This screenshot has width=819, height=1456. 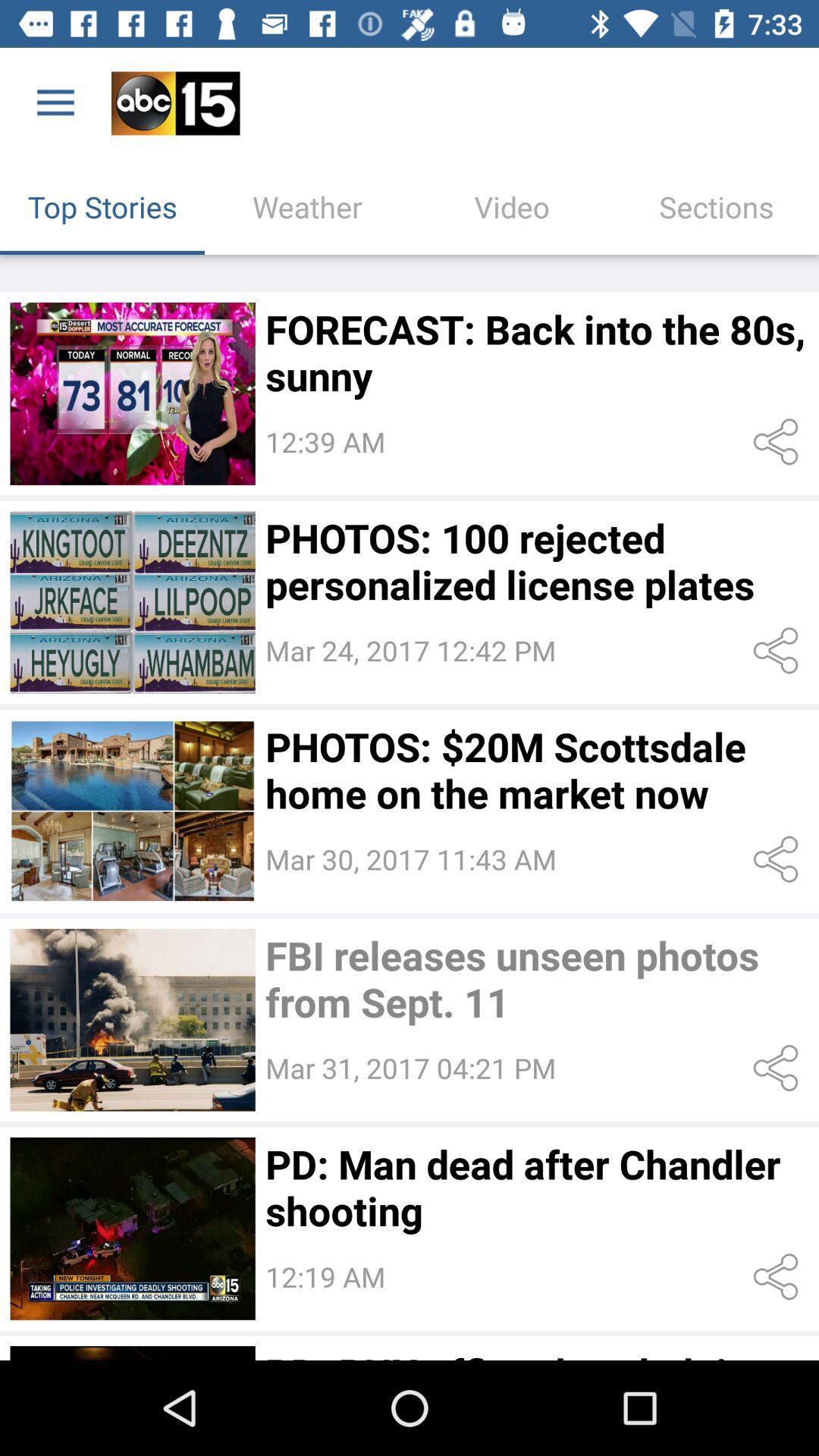 I want to click on an item, so click(x=132, y=394).